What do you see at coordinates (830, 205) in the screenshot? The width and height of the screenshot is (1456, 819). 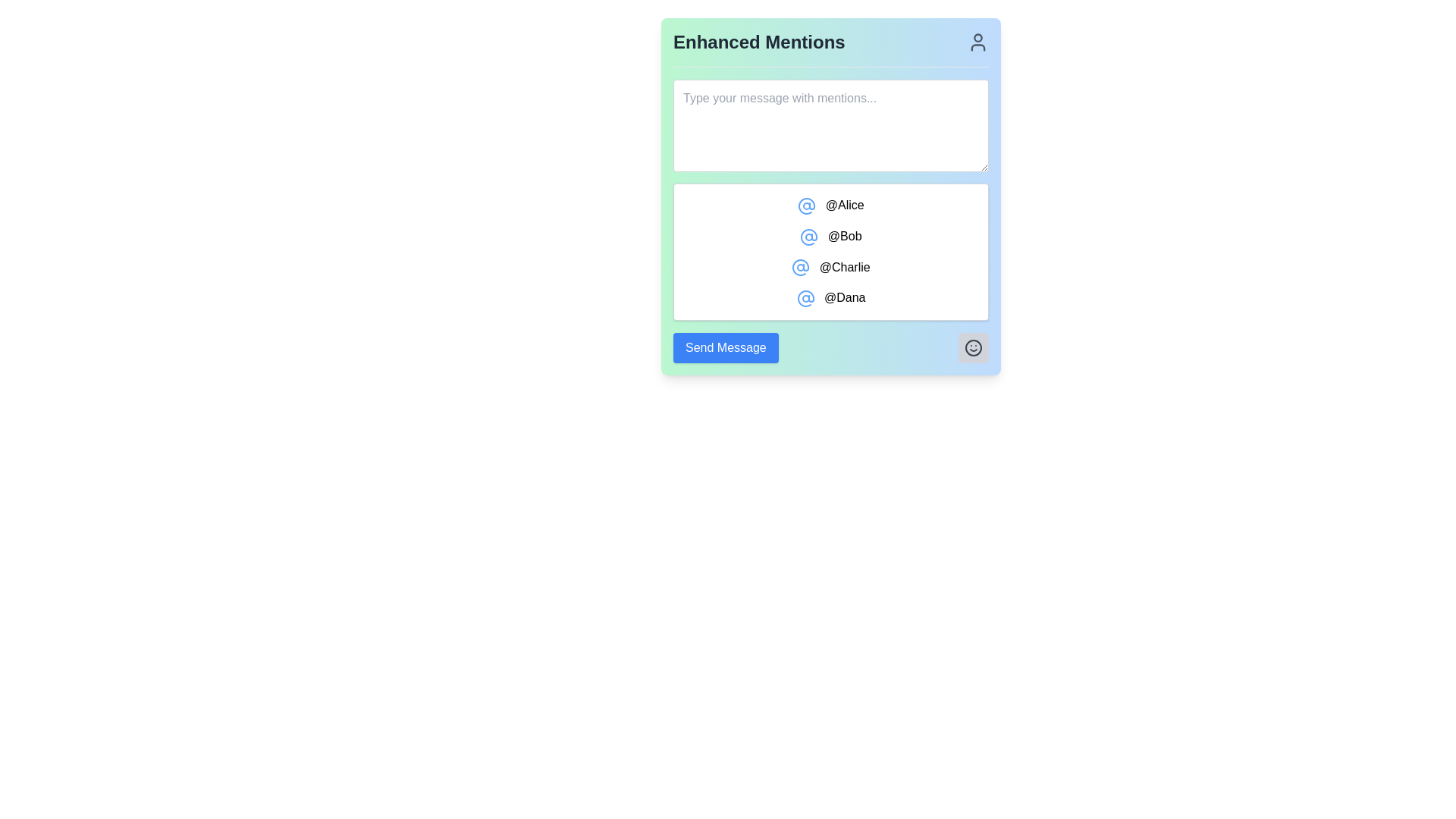 I see `the clickable mention '@Alice' in the 'Enhanced Mentions' panel` at bounding box center [830, 205].